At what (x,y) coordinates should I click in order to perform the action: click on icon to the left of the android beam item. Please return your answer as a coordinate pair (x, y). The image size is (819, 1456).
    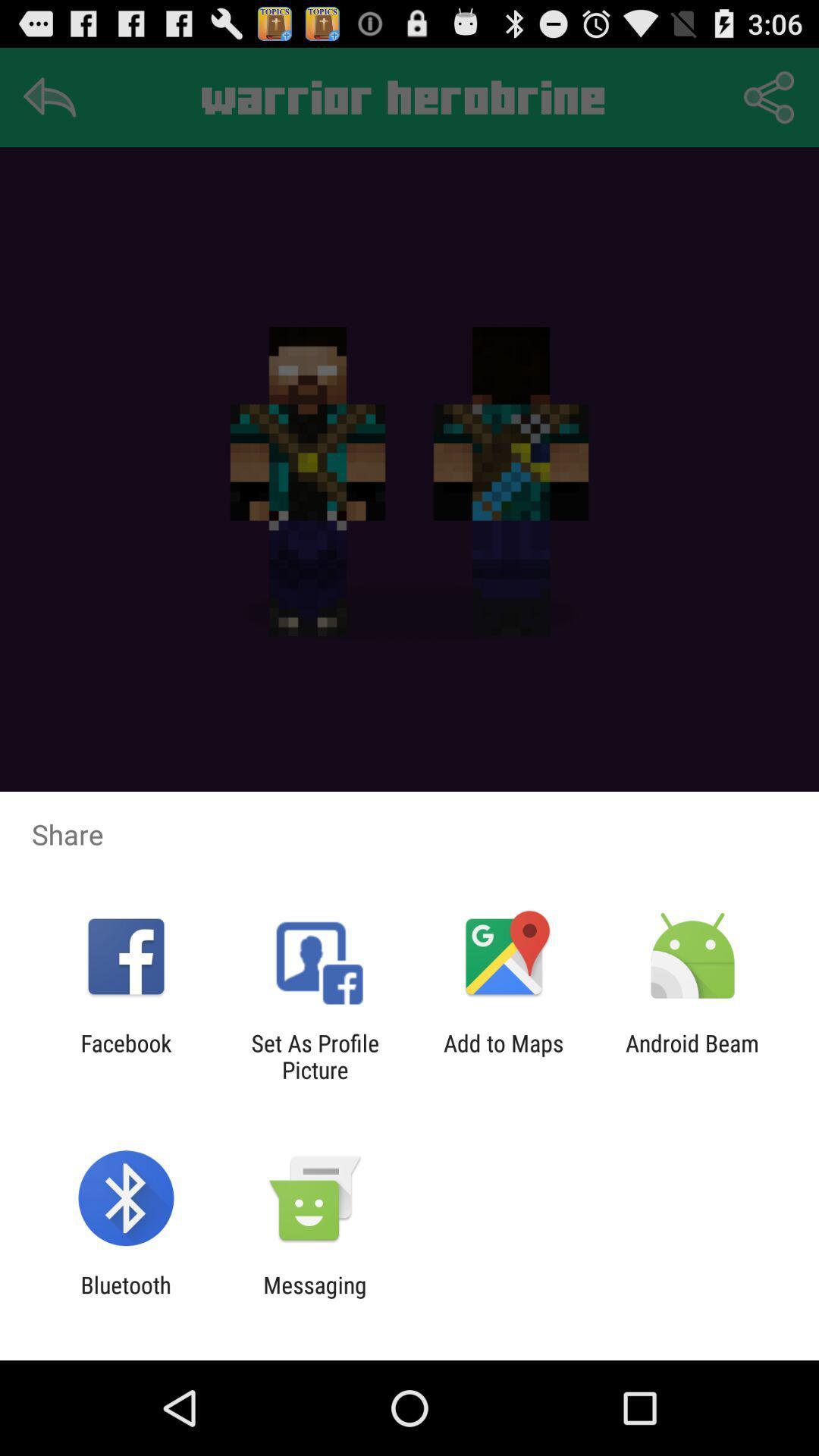
    Looking at the image, I should click on (504, 1056).